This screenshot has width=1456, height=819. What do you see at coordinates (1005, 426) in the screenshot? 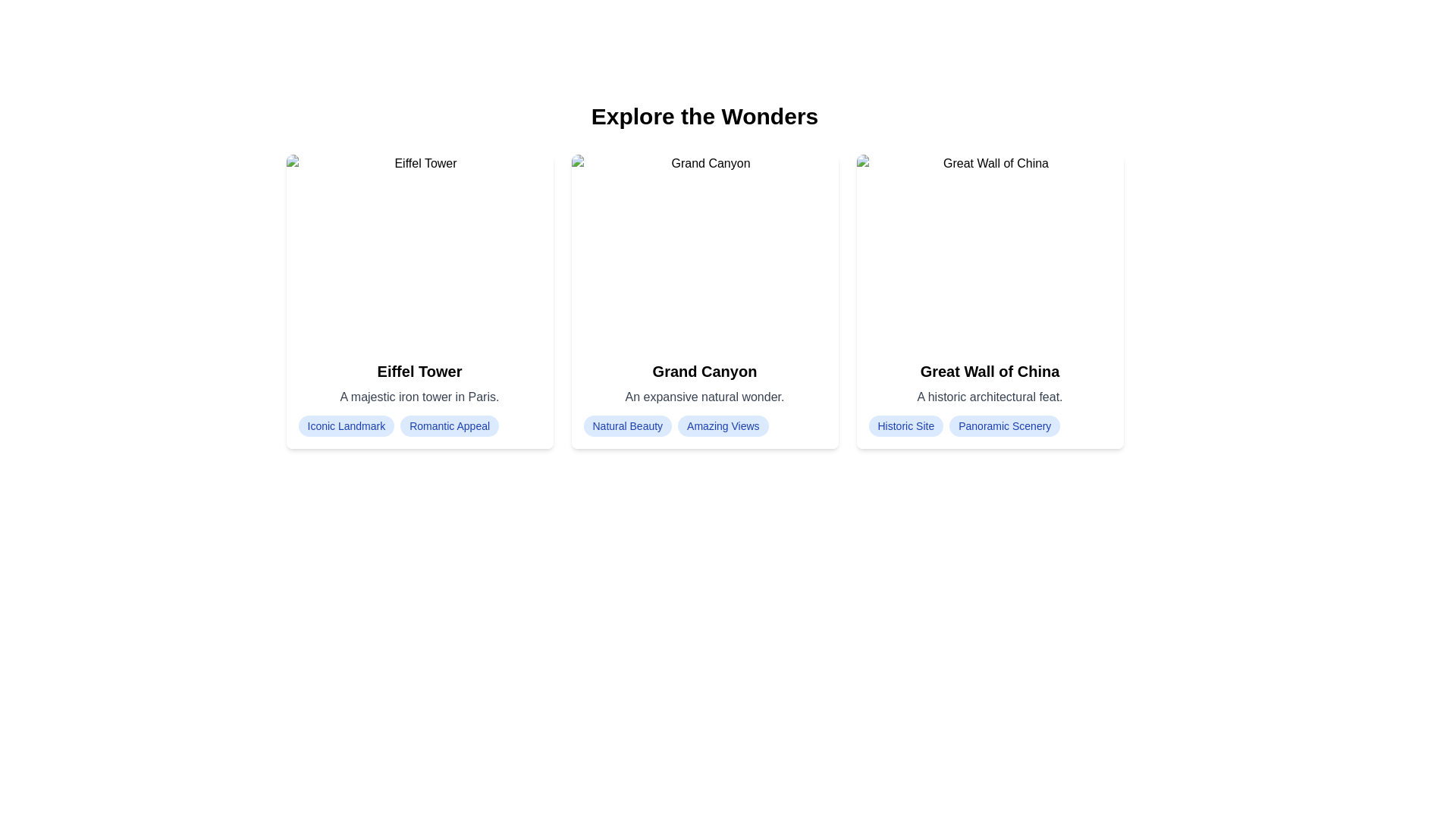
I see `the label indicating 'panoramic scenery' which is positioned to the right of the 'Historic Site' badge for the 'Great Wall of China'` at bounding box center [1005, 426].